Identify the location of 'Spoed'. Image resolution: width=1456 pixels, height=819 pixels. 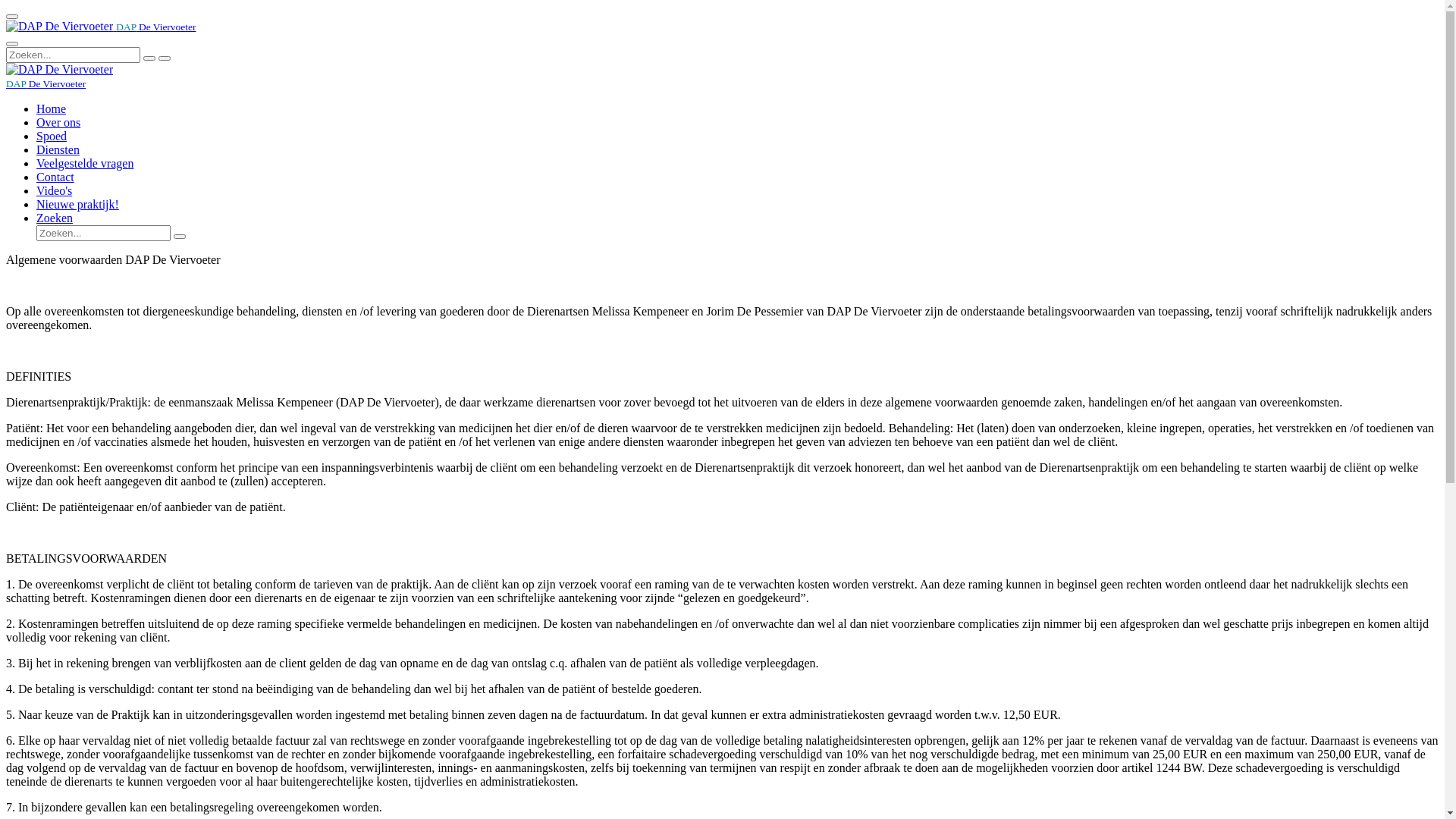
(51, 135).